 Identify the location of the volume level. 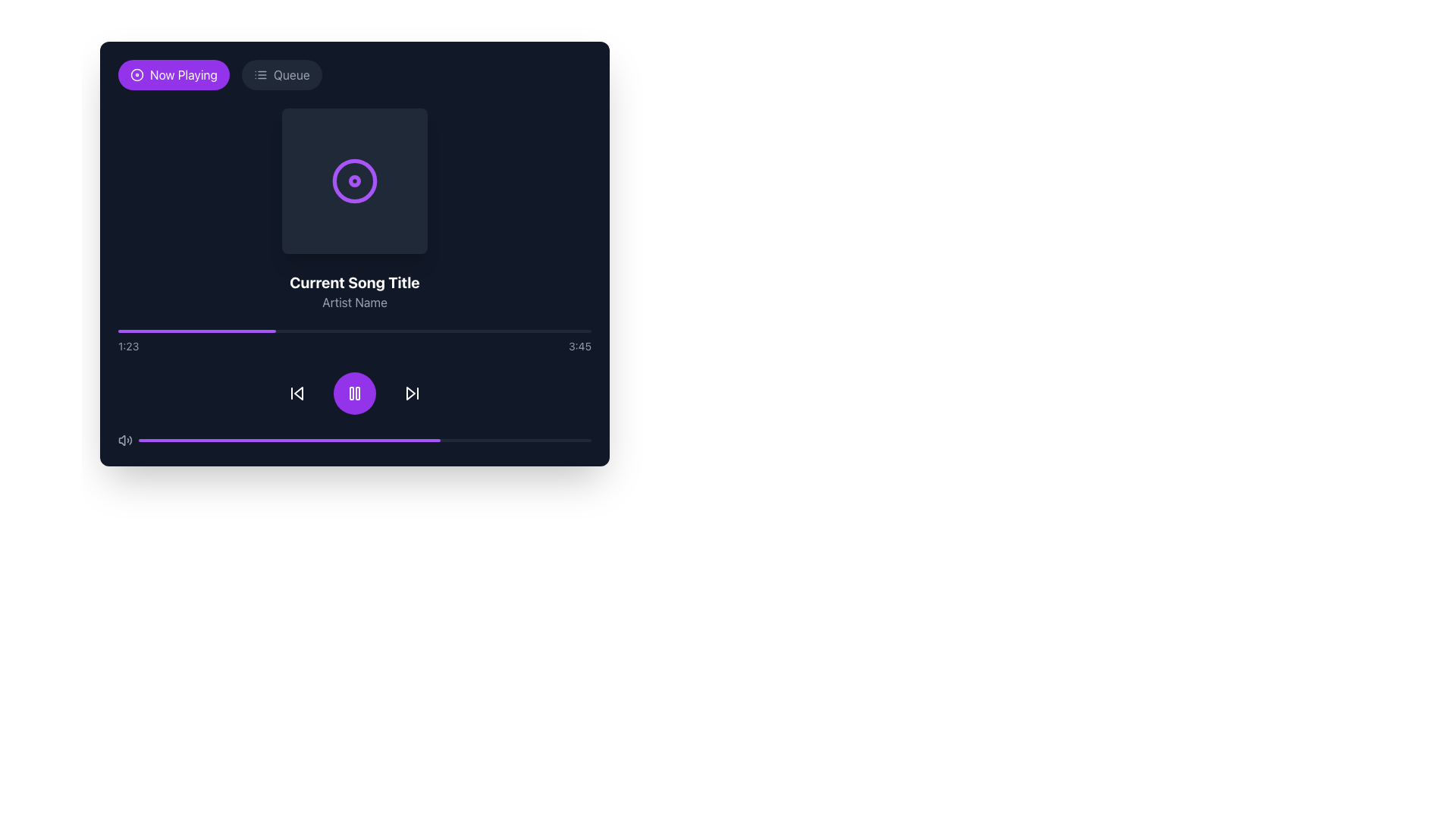
(554, 441).